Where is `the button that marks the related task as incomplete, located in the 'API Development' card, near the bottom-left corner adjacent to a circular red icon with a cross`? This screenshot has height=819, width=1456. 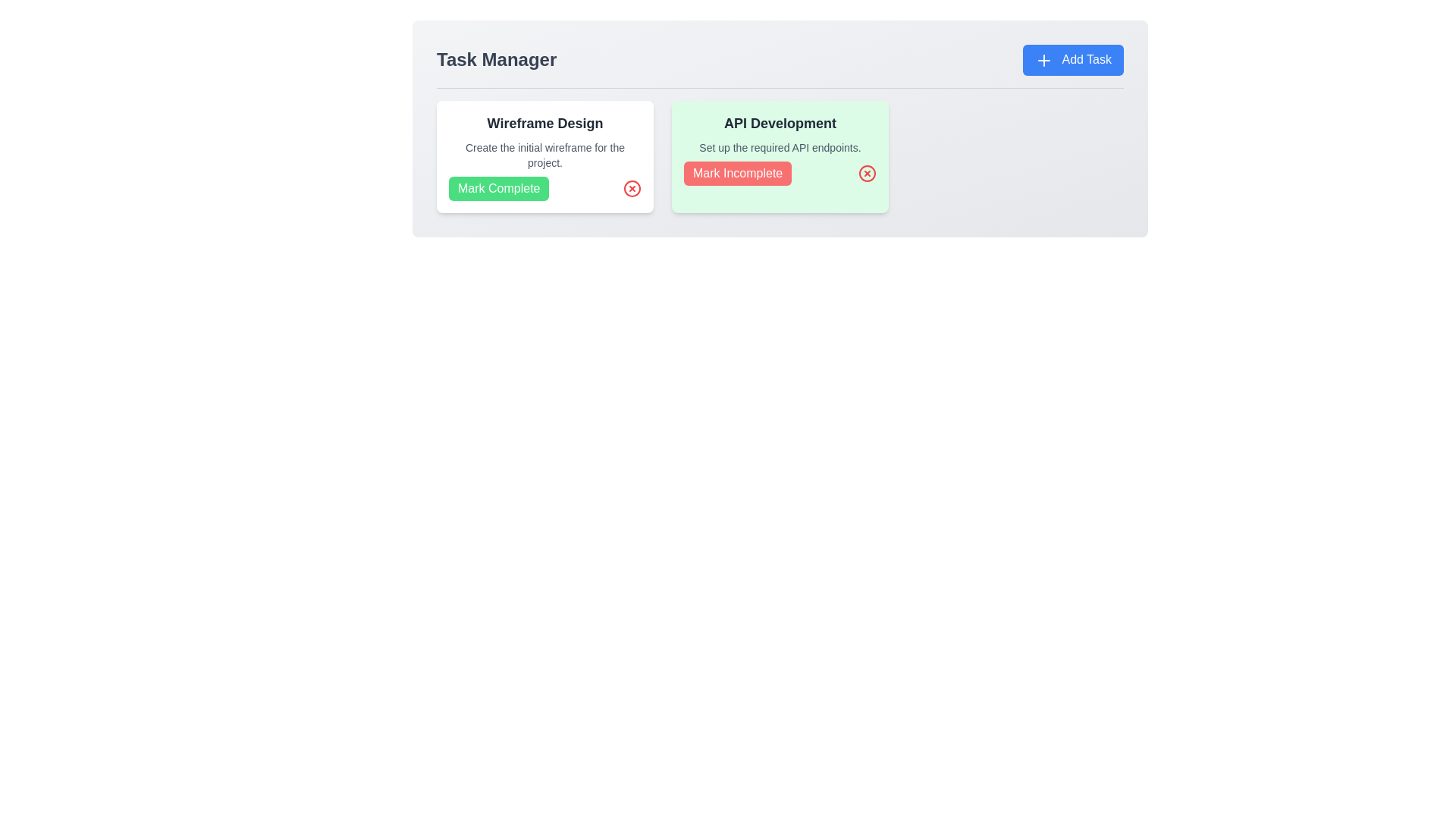
the button that marks the related task as incomplete, located in the 'API Development' card, near the bottom-left corner adjacent to a circular red icon with a cross is located at coordinates (738, 172).